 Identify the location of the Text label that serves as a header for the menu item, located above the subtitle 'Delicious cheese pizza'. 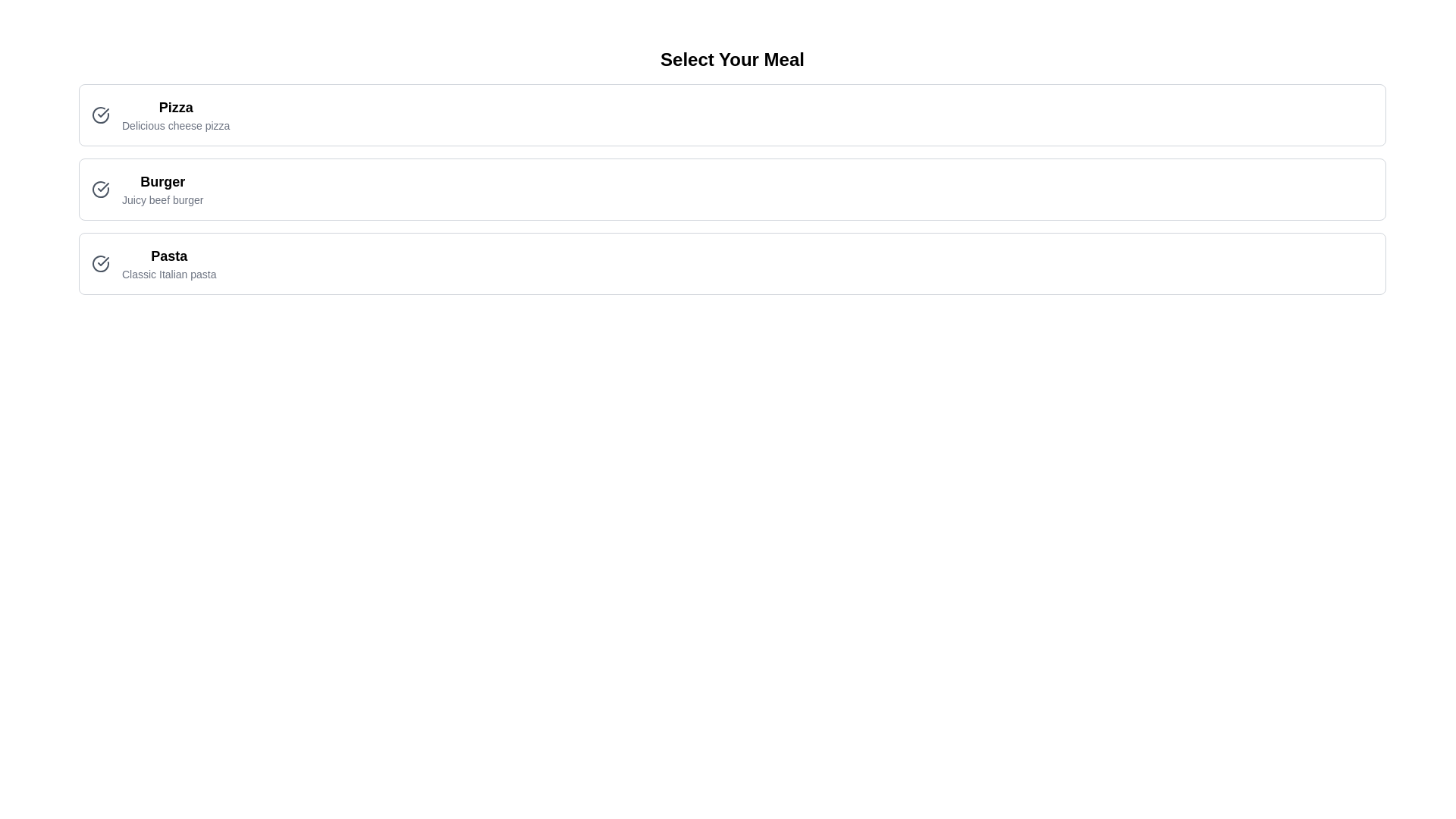
(176, 107).